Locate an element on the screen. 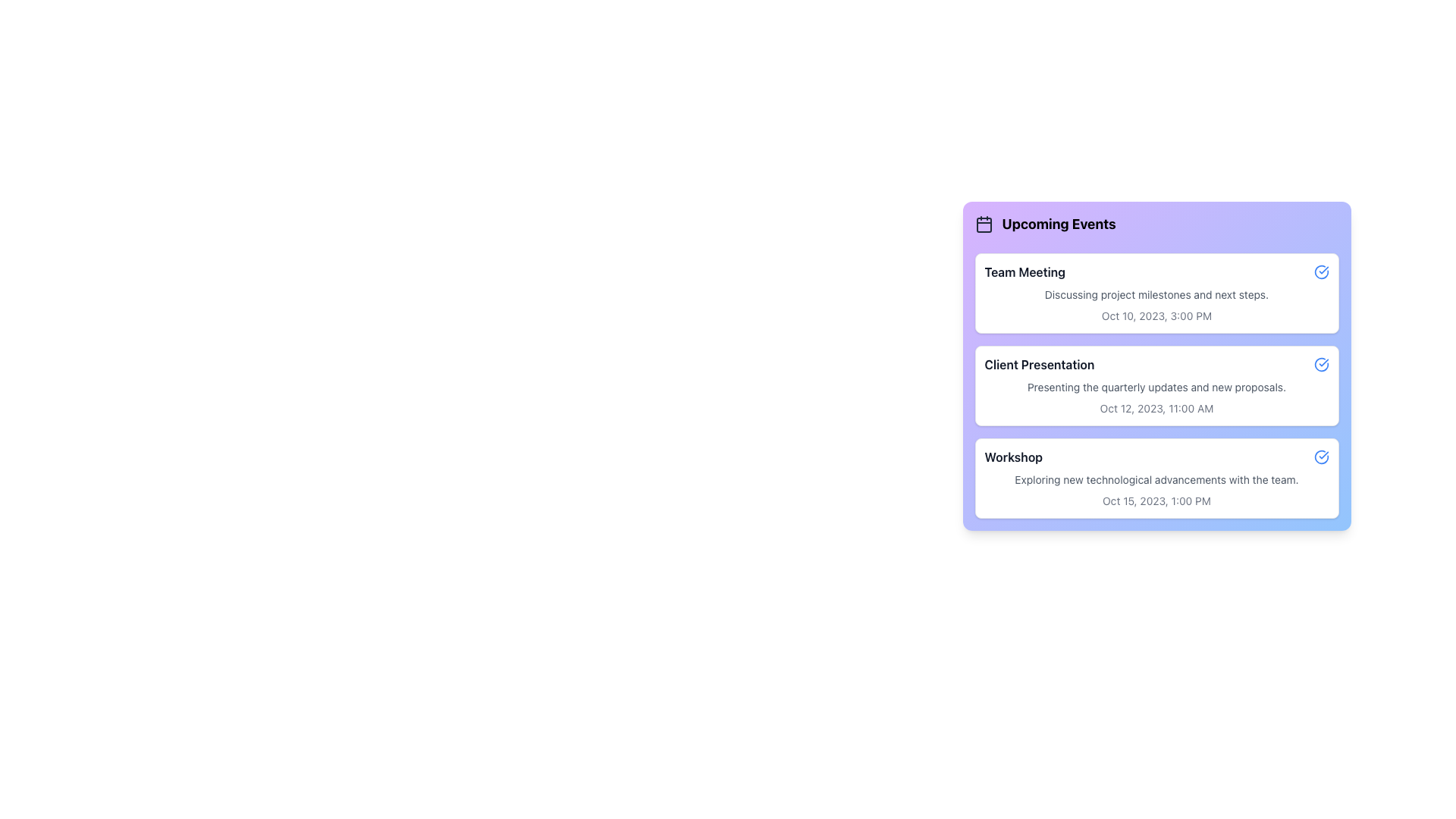 The image size is (1456, 819). the confirmation icon button located at the far right of the 'Workshop' event entry in the 'Upcoming Events' section is located at coordinates (1320, 456).